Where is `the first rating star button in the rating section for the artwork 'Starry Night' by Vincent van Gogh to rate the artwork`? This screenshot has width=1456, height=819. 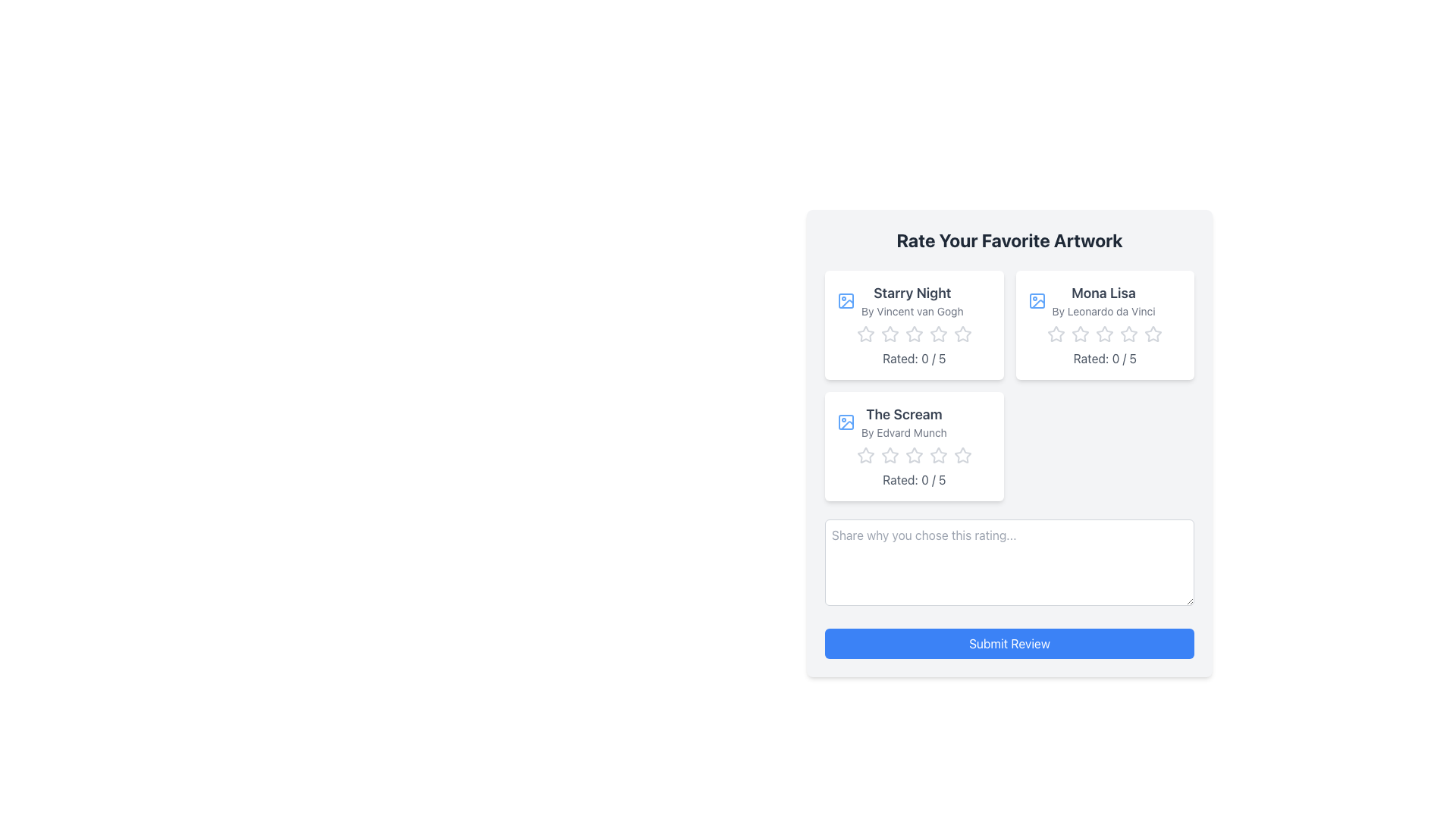 the first rating star button in the rating section for the artwork 'Starry Night' by Vincent van Gogh to rate the artwork is located at coordinates (865, 333).